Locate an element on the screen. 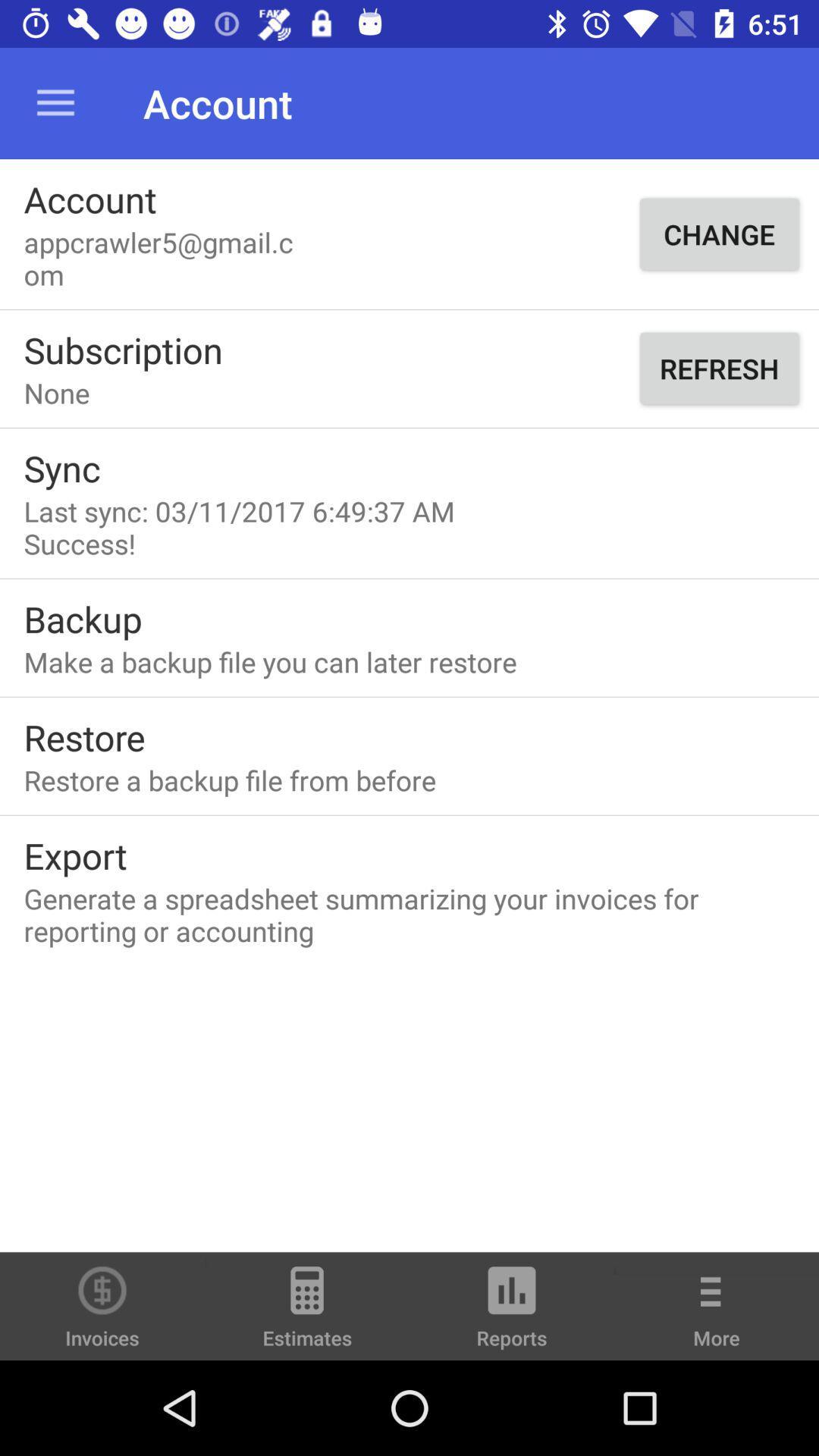 The height and width of the screenshot is (1456, 819). item above account icon is located at coordinates (55, 102).